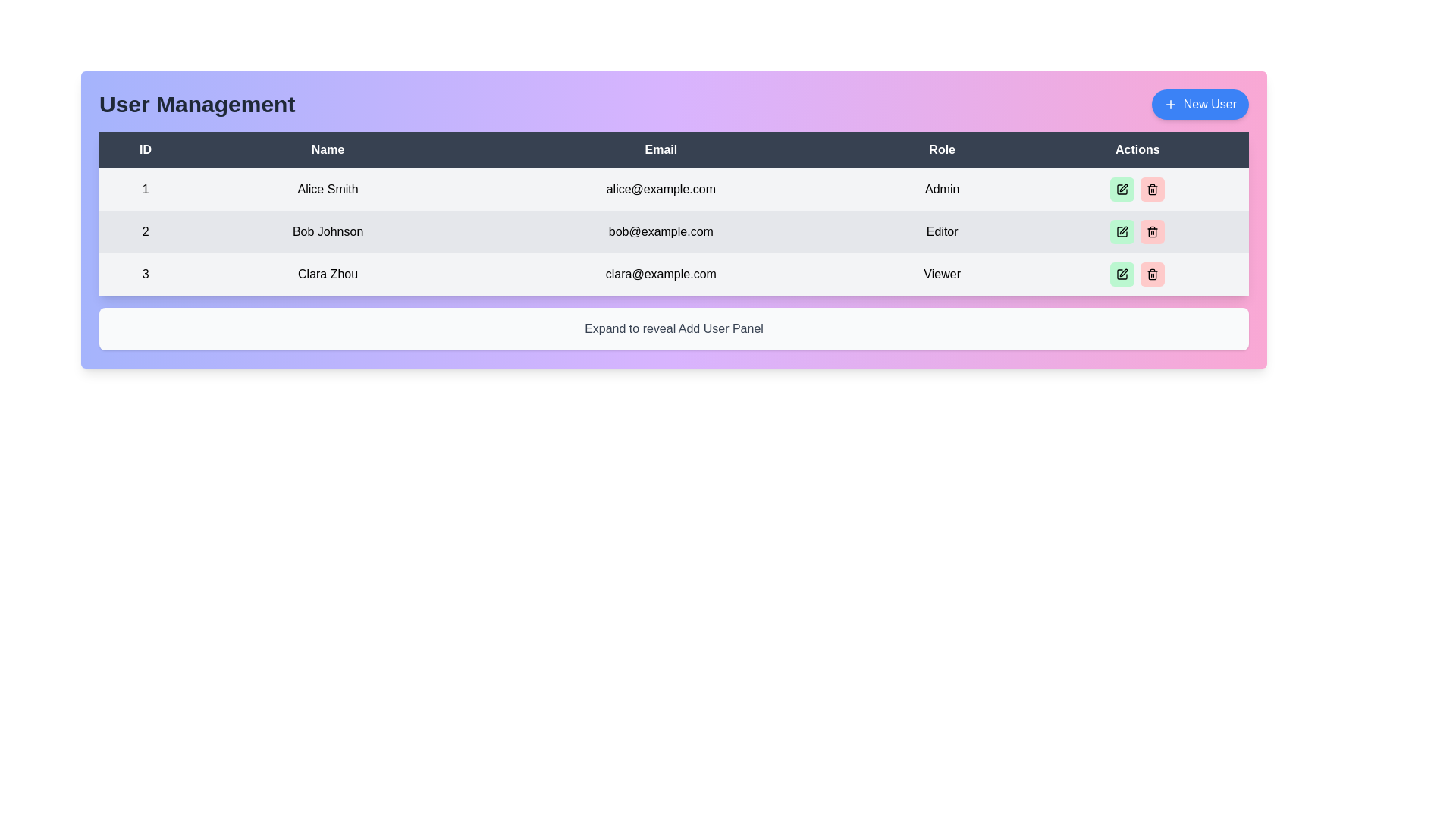  I want to click on the first icon button in the Actions column of the Admin user row to initiate the action for modification or editing, so click(1122, 189).